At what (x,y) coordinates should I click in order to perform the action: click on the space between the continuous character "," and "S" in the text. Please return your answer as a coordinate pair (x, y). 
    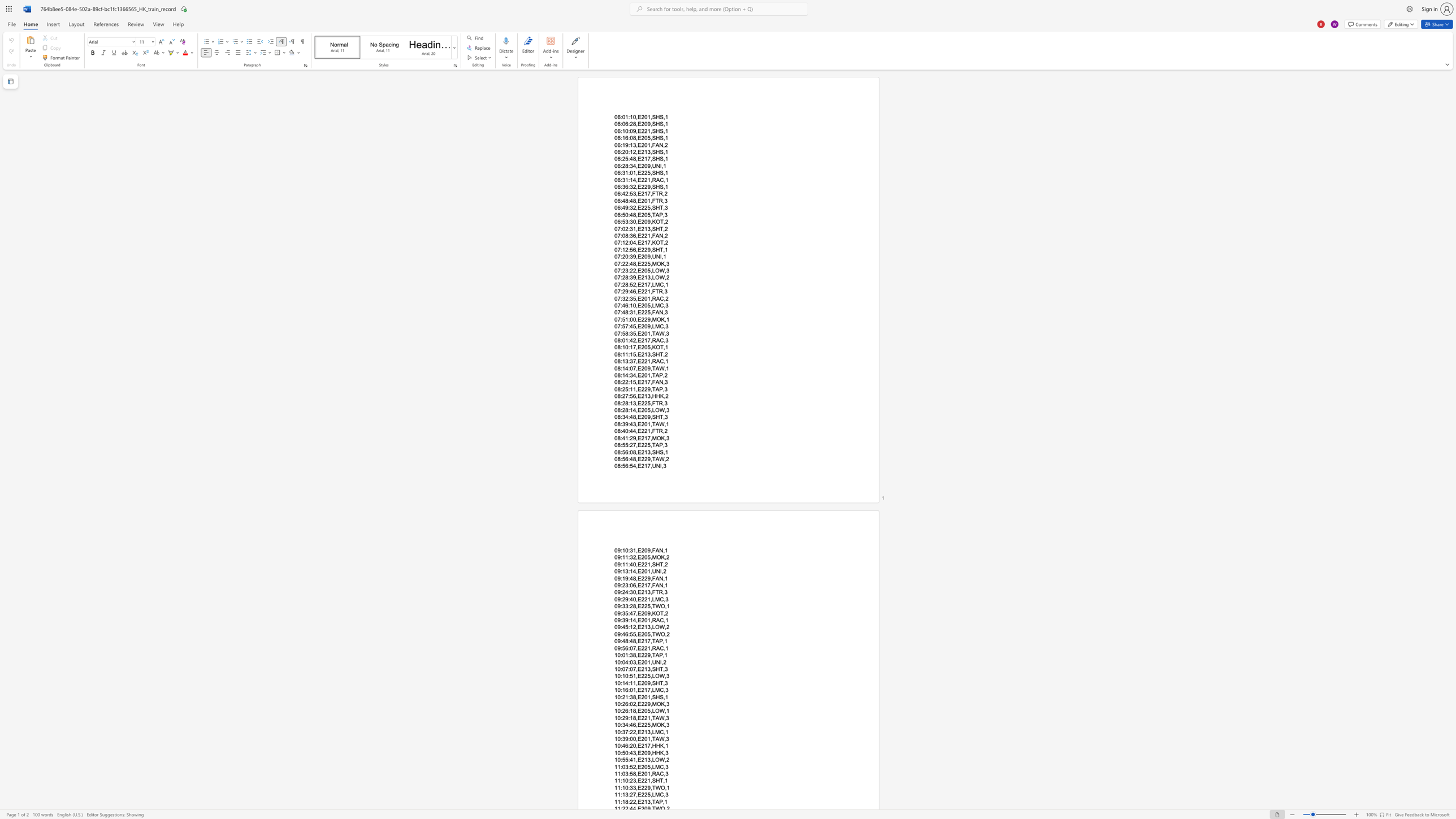
    Looking at the image, I should click on (652, 117).